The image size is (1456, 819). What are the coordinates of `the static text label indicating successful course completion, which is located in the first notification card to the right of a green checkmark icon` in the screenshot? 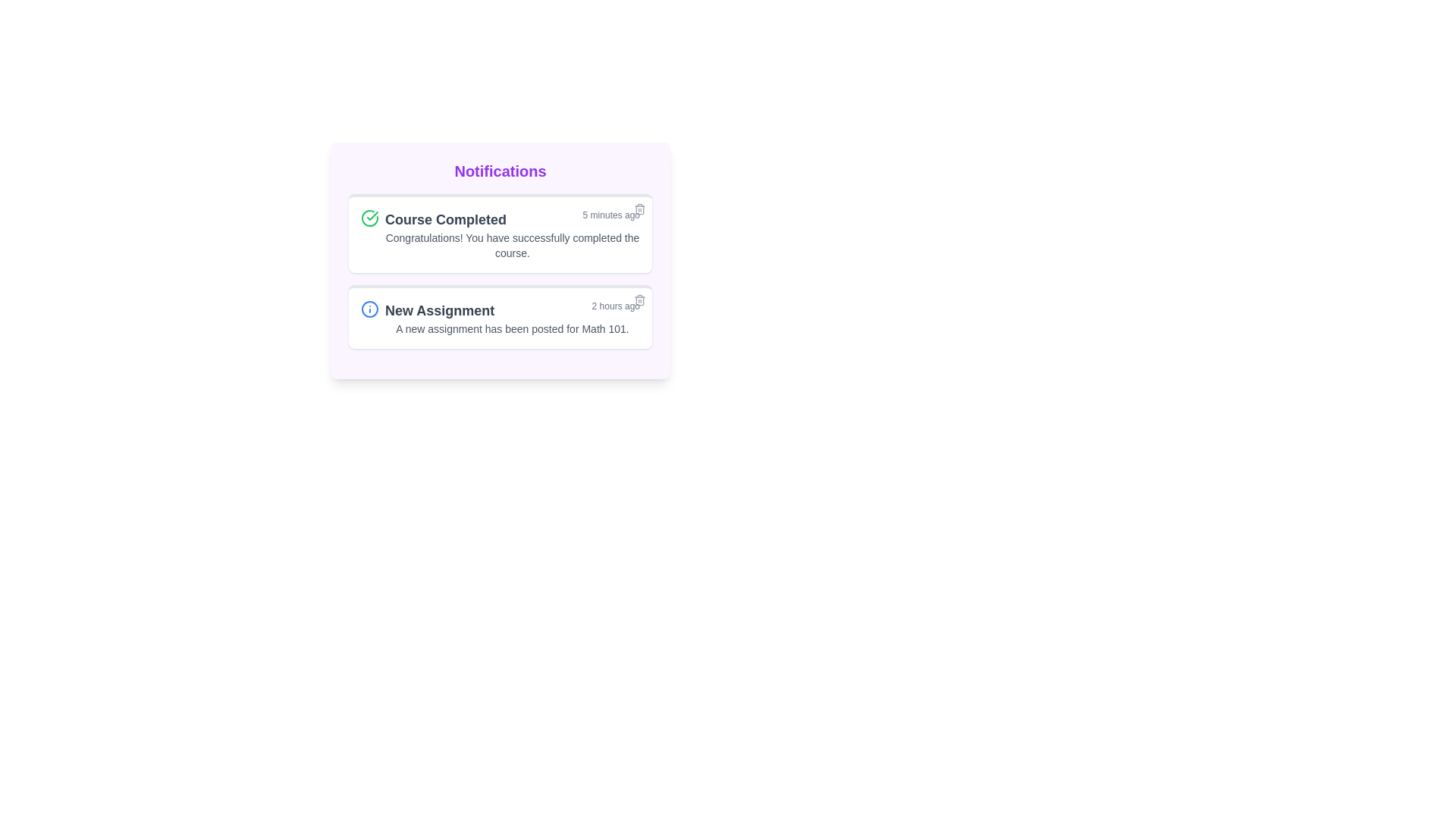 It's located at (445, 219).